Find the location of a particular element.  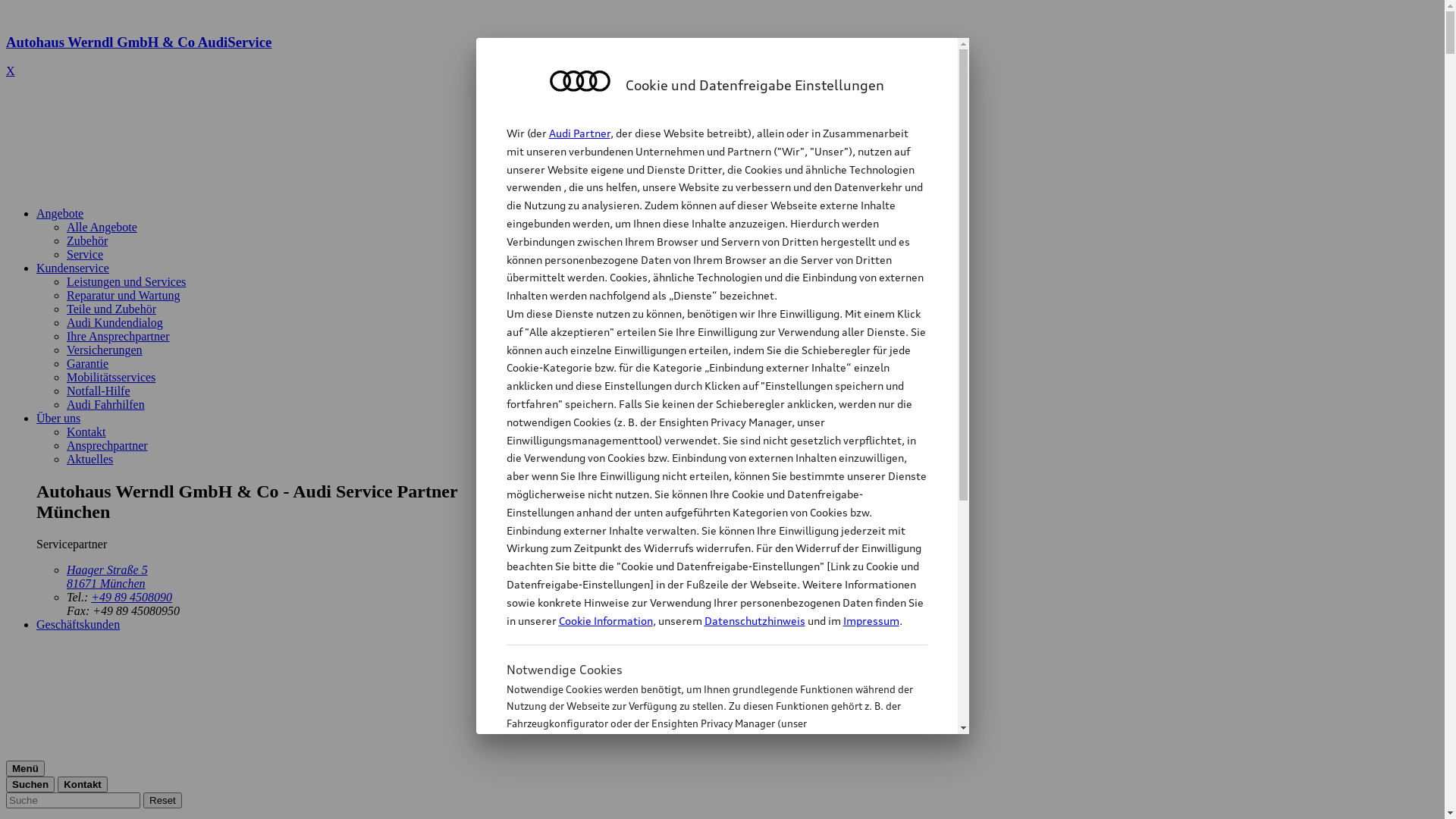

'Garantie' is located at coordinates (65, 363).